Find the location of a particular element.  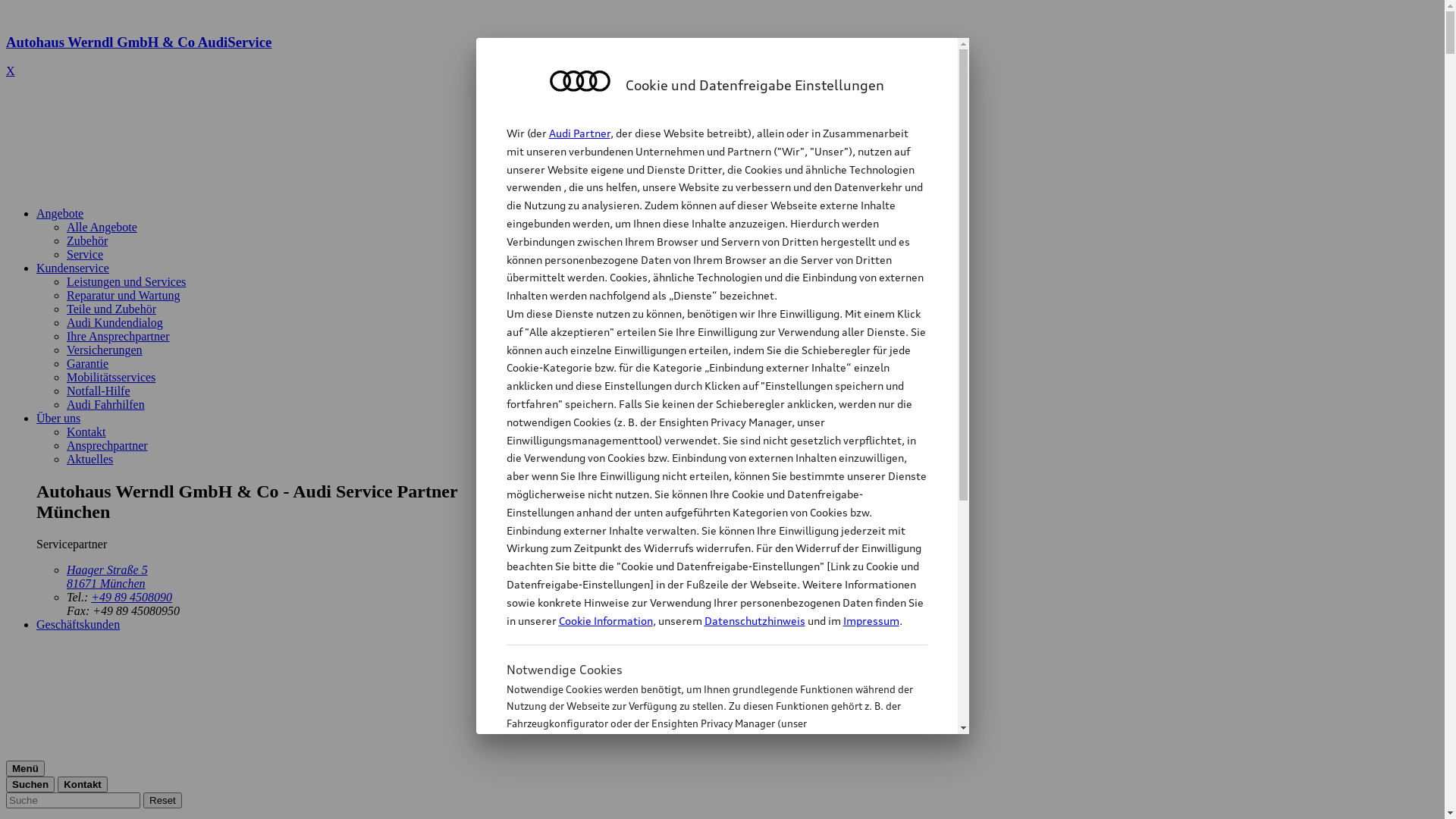

'Garantie' is located at coordinates (65, 363).